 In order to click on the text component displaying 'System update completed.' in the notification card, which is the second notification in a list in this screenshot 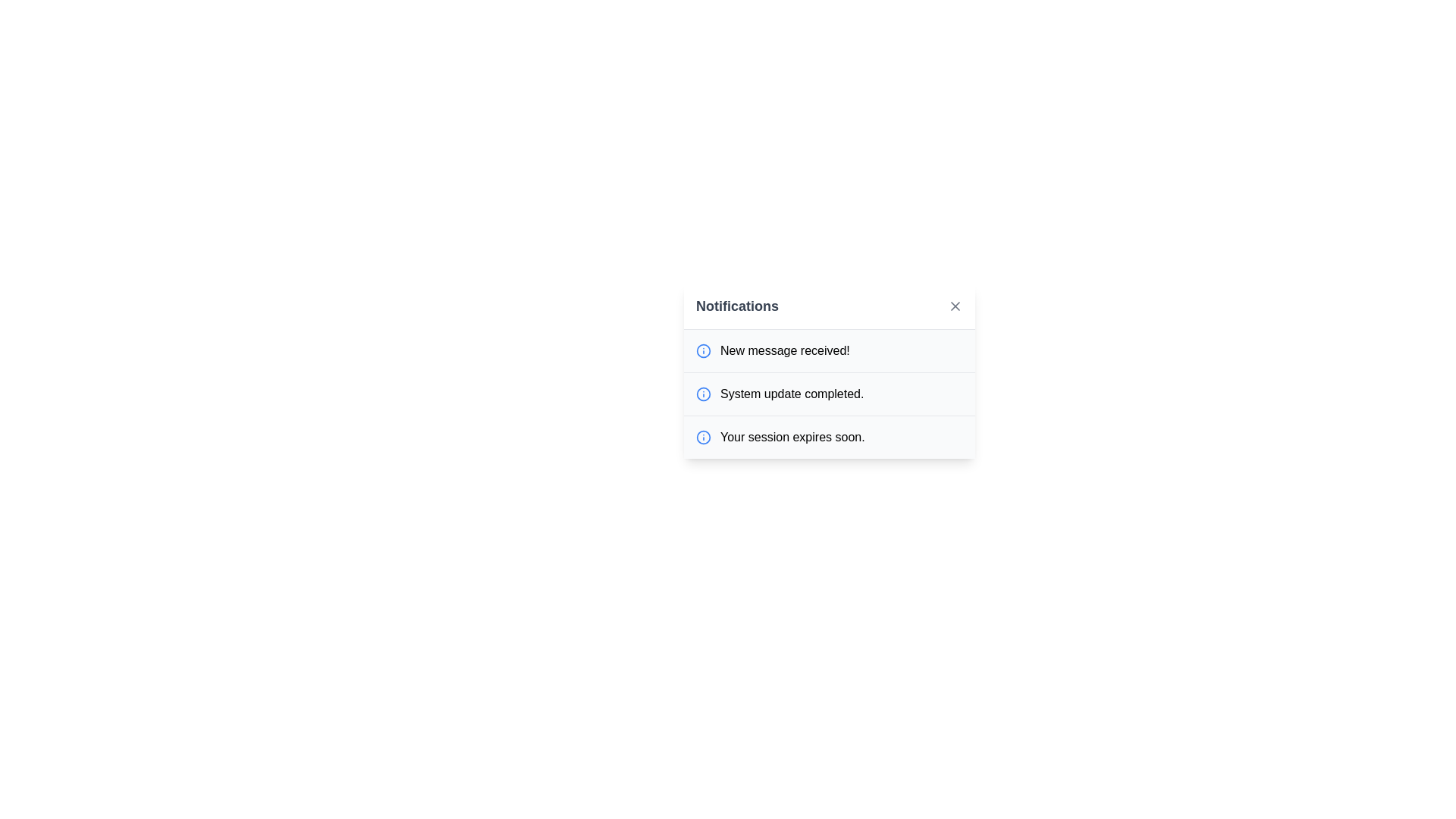, I will do `click(791, 394)`.